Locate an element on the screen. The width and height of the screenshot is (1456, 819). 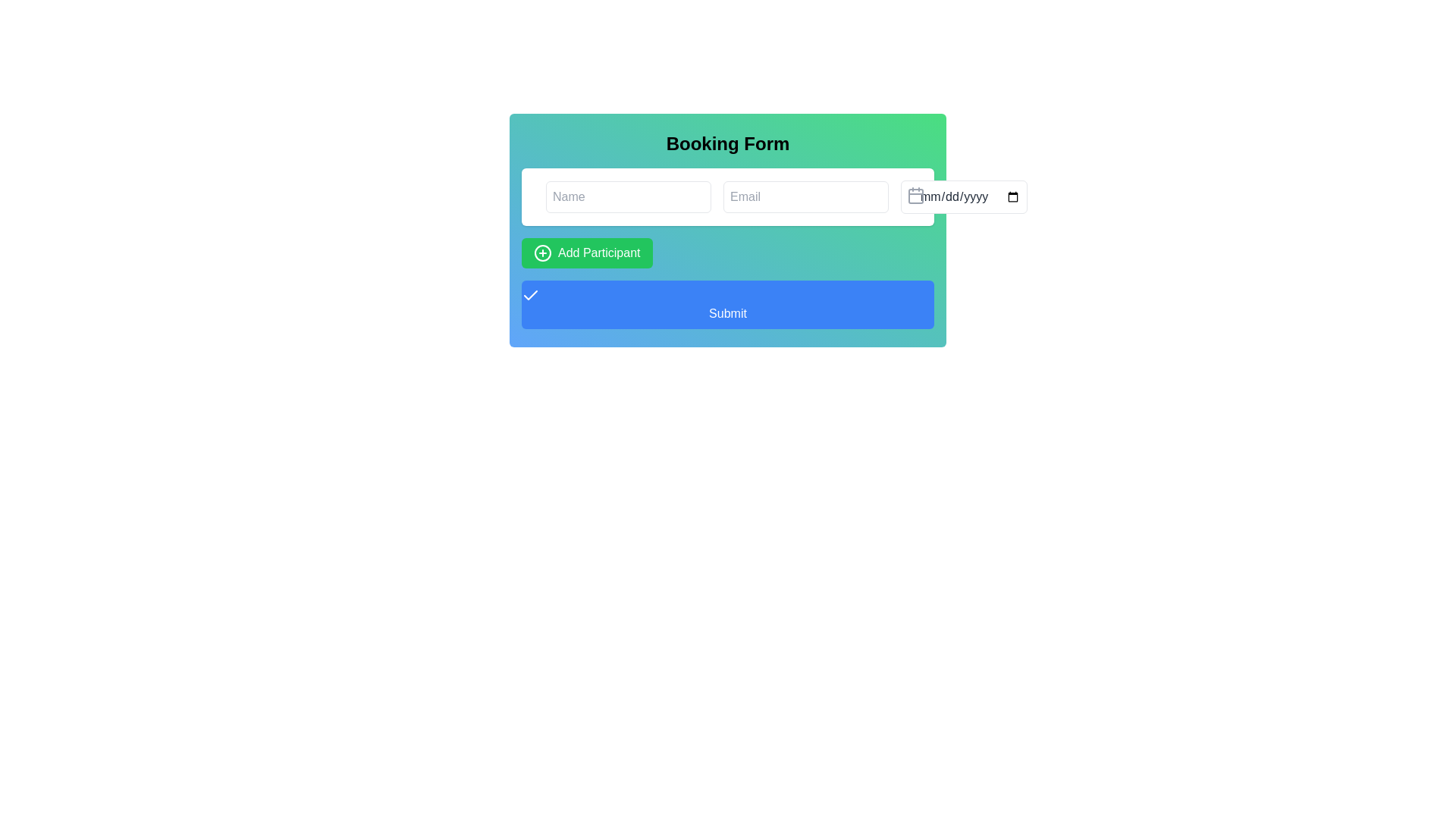
the calendar icon located to the left of the date input field in the booking form is located at coordinates (915, 195).